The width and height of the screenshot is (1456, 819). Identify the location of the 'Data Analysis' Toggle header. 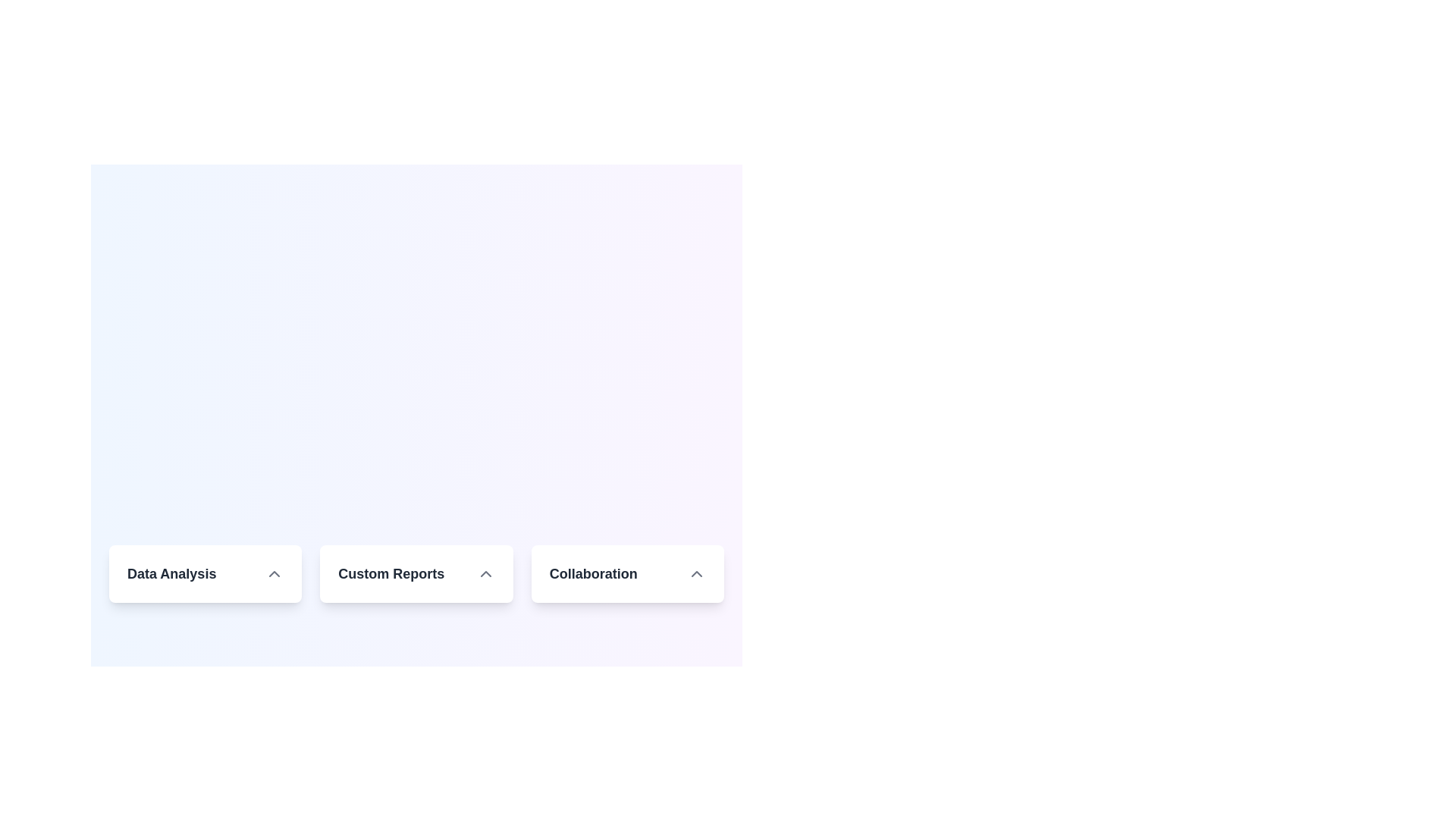
(205, 573).